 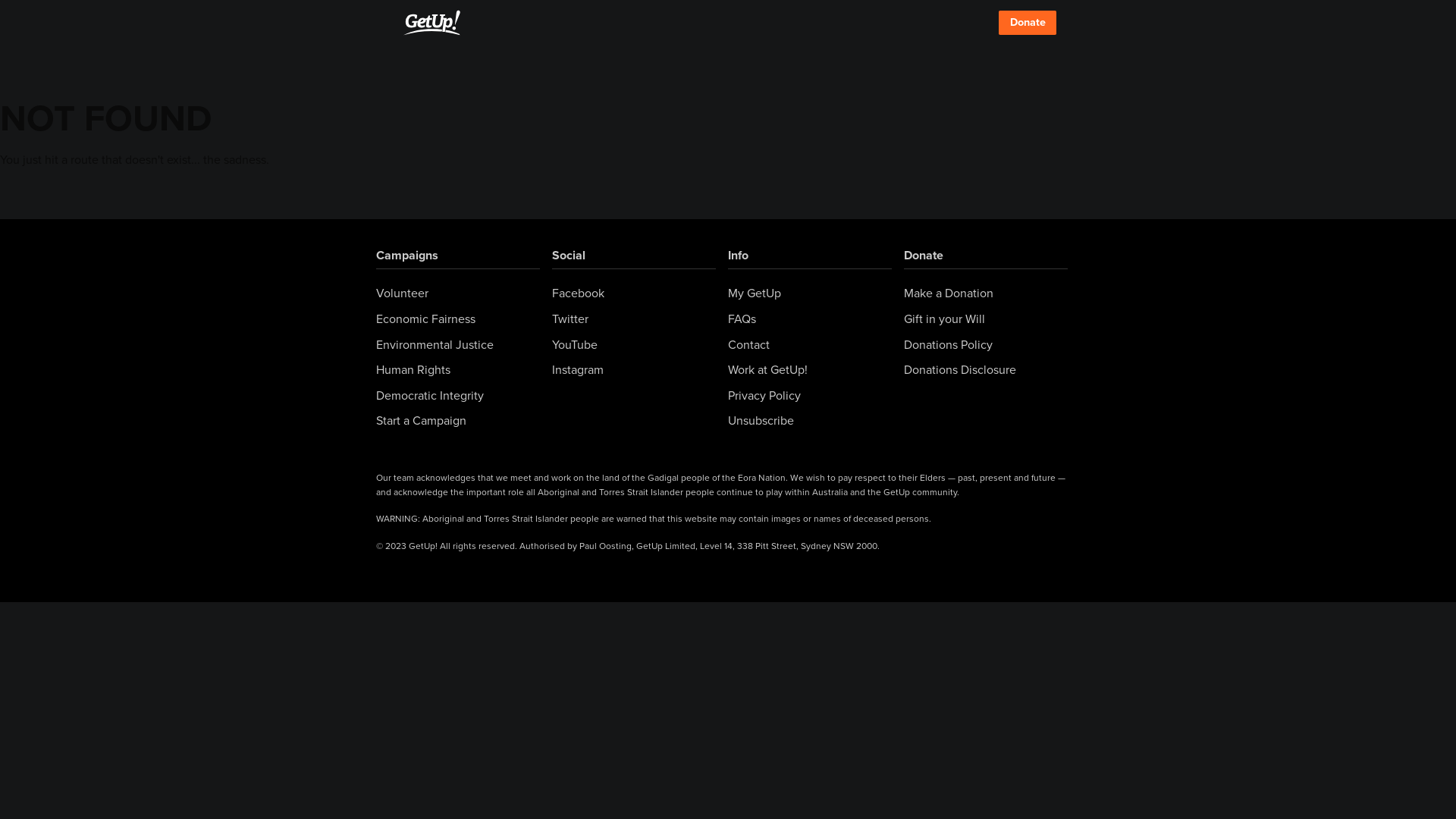 I want to click on 'Make a Donation', so click(x=903, y=293).